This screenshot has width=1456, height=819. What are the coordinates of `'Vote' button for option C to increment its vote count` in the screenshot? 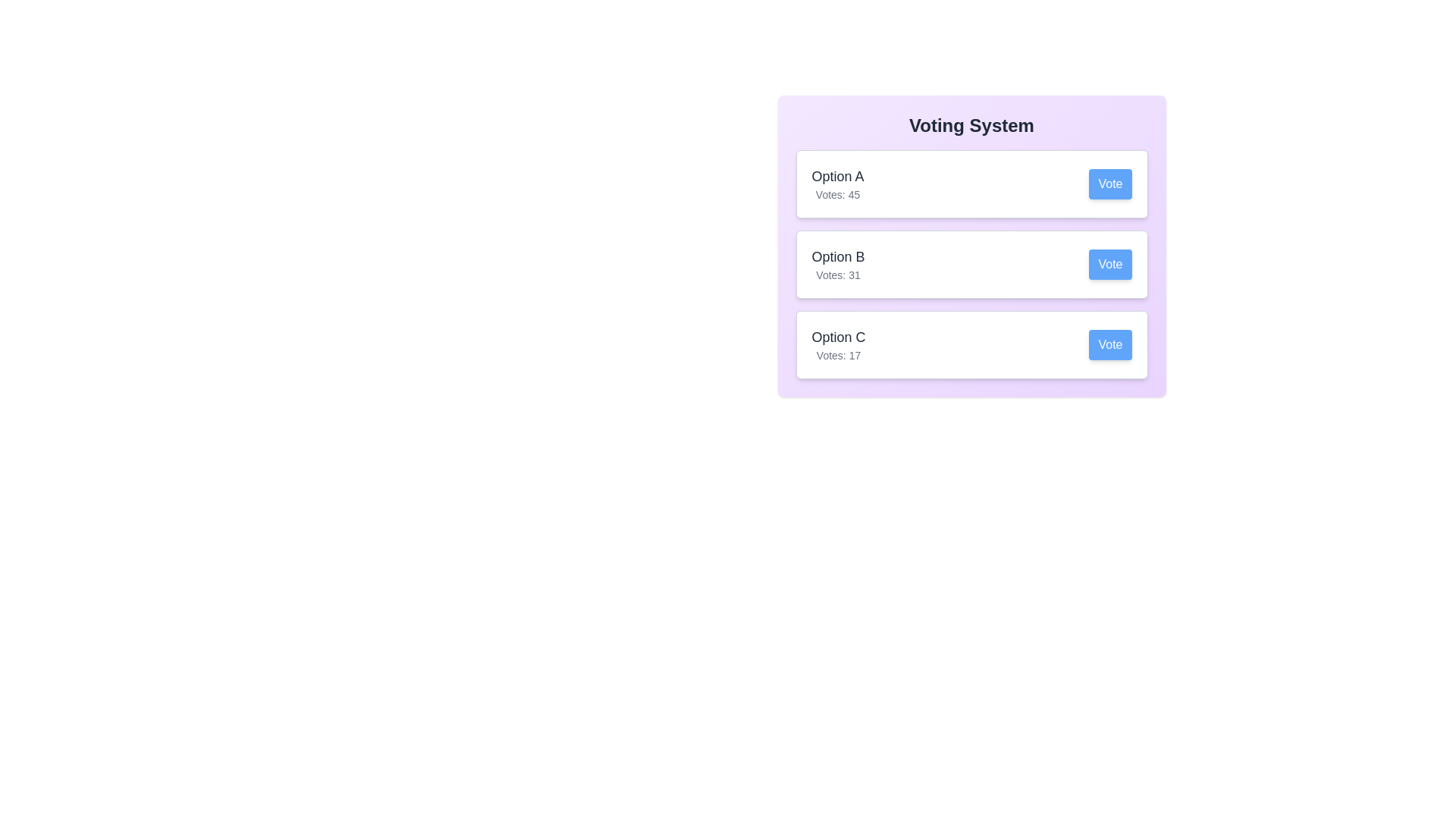 It's located at (1110, 345).